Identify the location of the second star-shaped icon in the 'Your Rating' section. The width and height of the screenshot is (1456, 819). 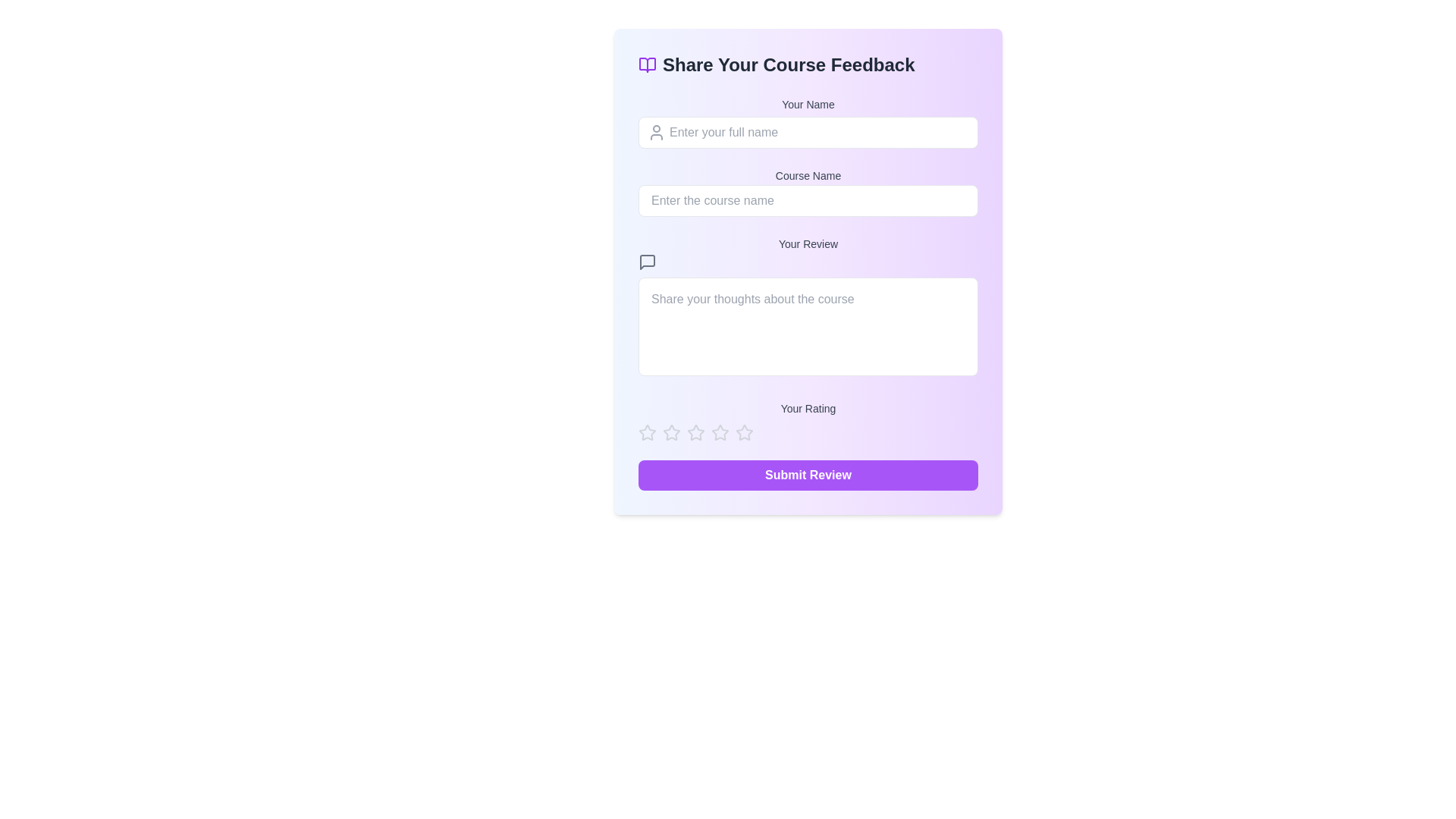
(695, 432).